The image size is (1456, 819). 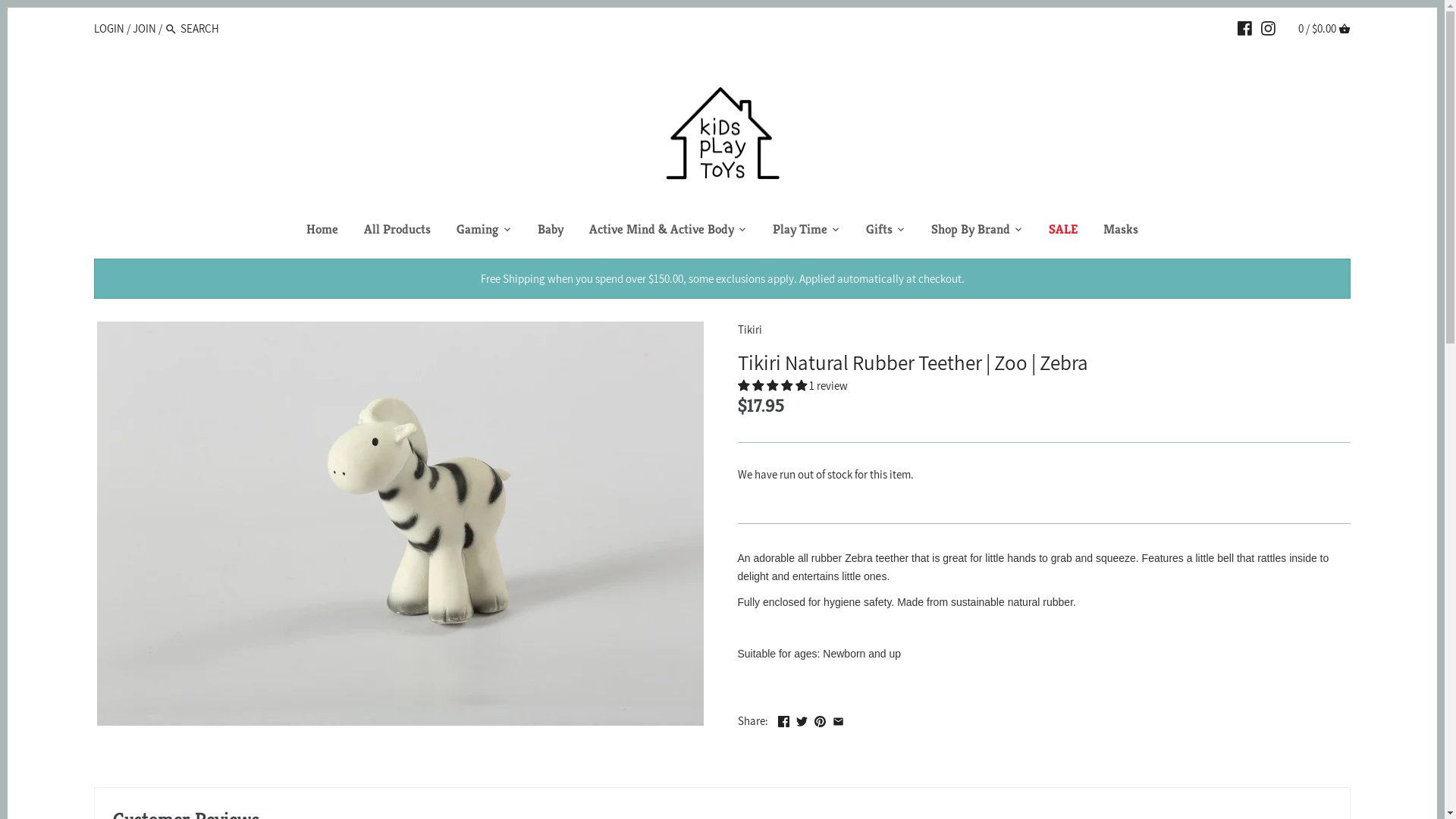 I want to click on 'Active Mind & Active Body', so click(x=661, y=231).